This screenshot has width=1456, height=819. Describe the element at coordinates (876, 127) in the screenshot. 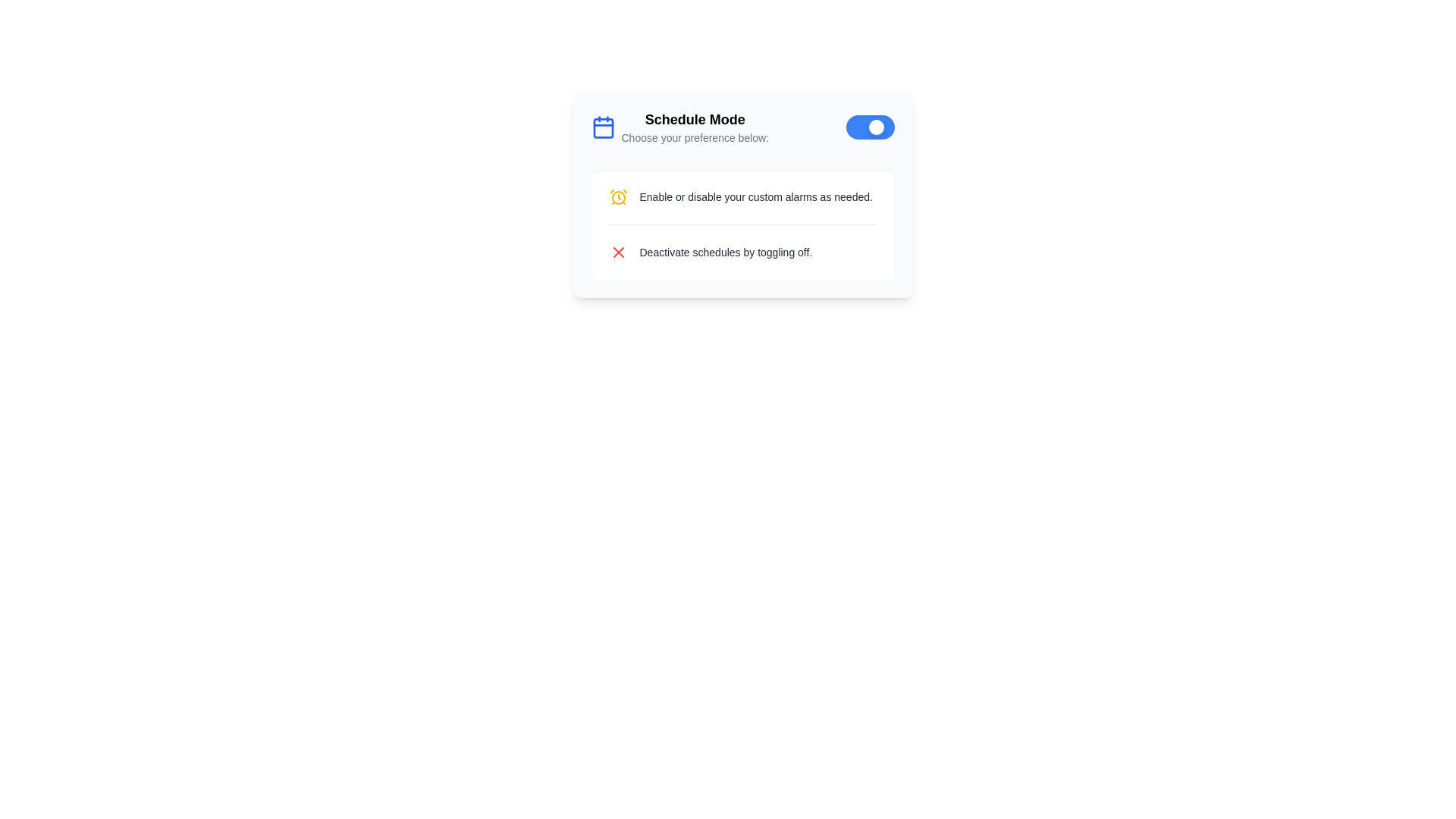

I see `the toggle switch handle located in the top-right of the interface within the card labeled 'Schedule Mode'` at that location.